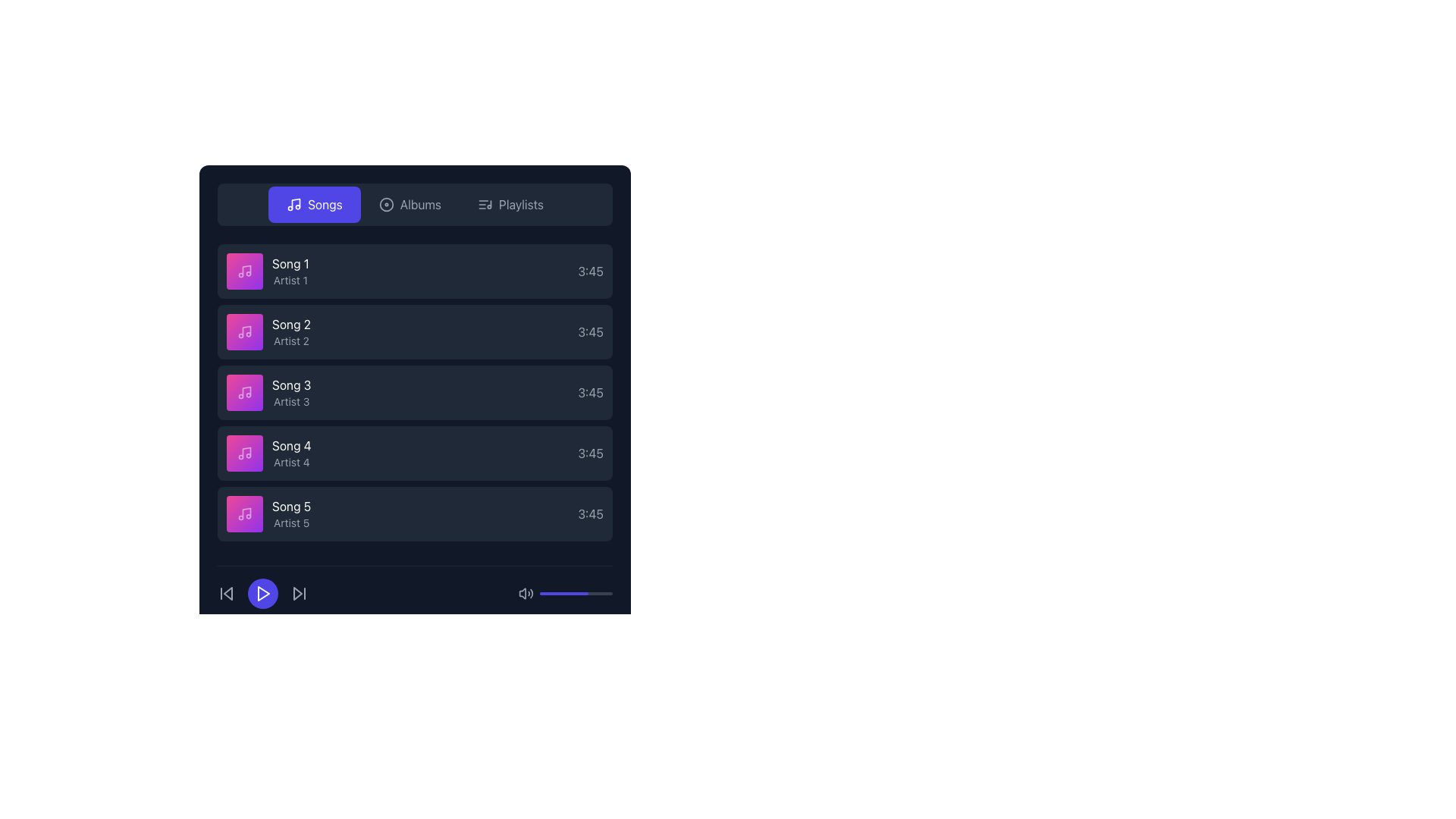 The image size is (1456, 819). What do you see at coordinates (415, 513) in the screenshot?
I see `the fifth list item displaying media information, which shows 'Song 5' by 'Artist 5' and has a duration of '3:45'` at bounding box center [415, 513].